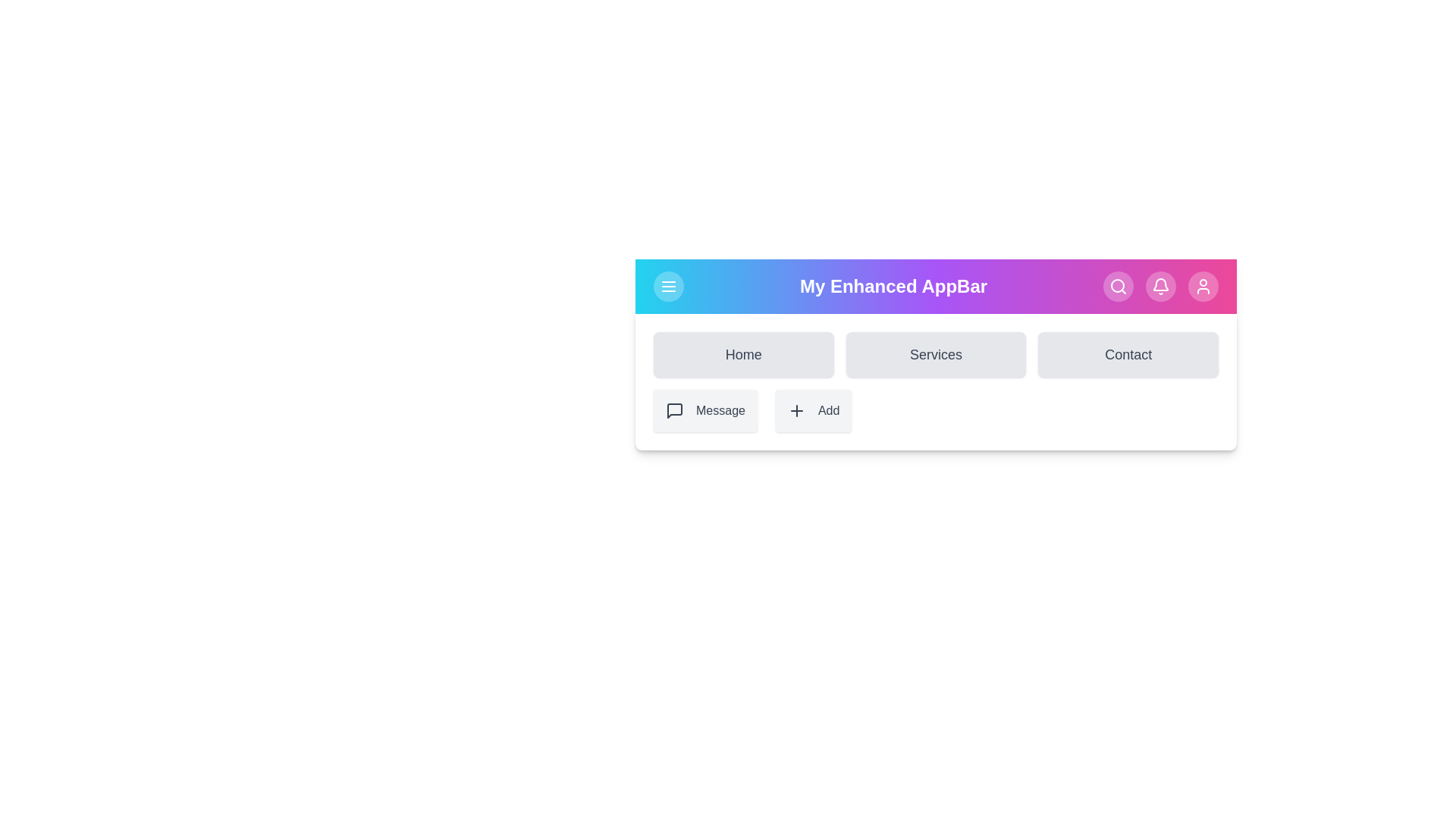  What do you see at coordinates (813, 411) in the screenshot?
I see `the action button labeled Add` at bounding box center [813, 411].